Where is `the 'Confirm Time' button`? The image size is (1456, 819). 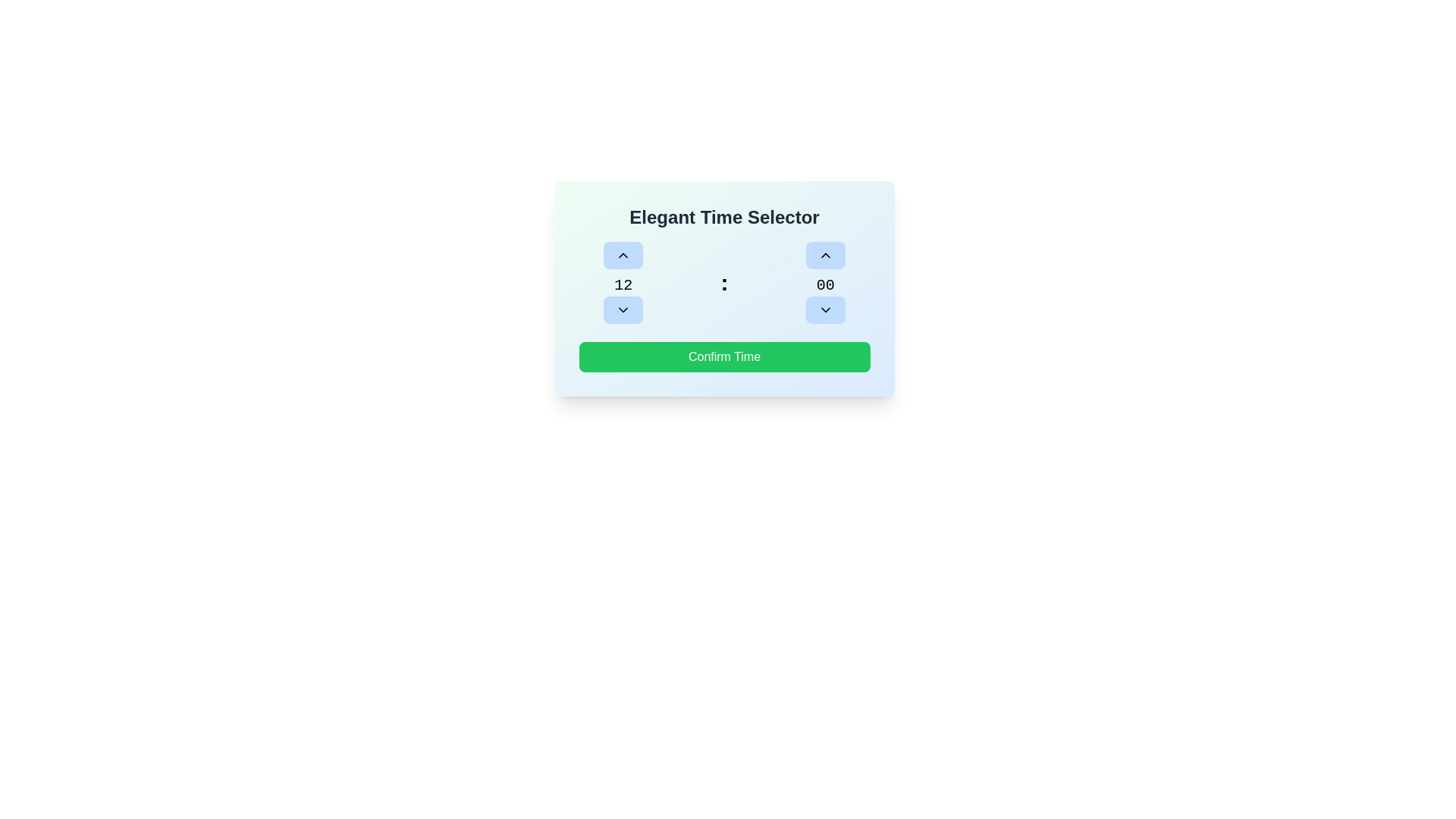 the 'Confirm Time' button is located at coordinates (723, 356).